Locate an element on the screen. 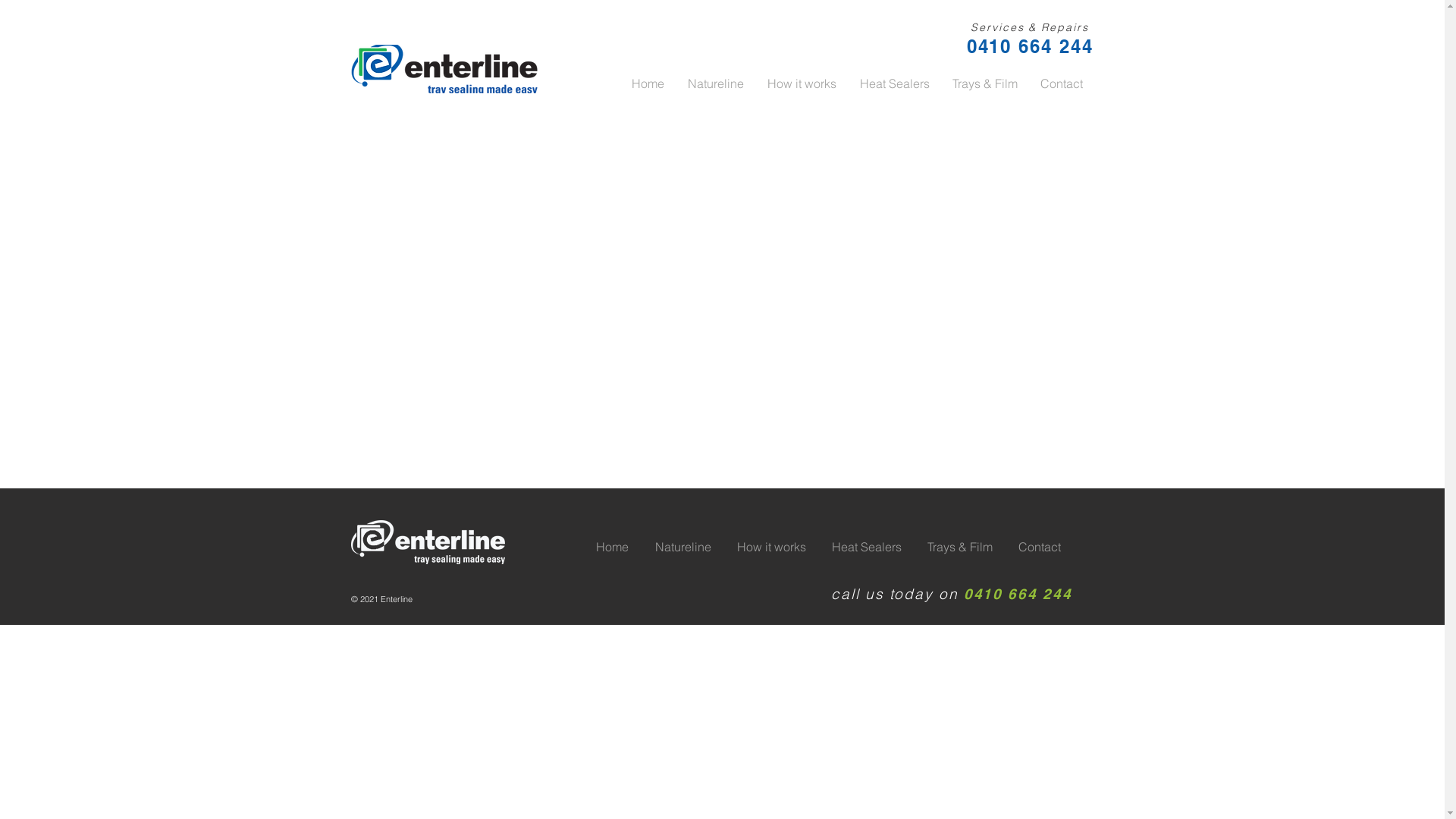  'Heat Sealers' is located at coordinates (894, 83).